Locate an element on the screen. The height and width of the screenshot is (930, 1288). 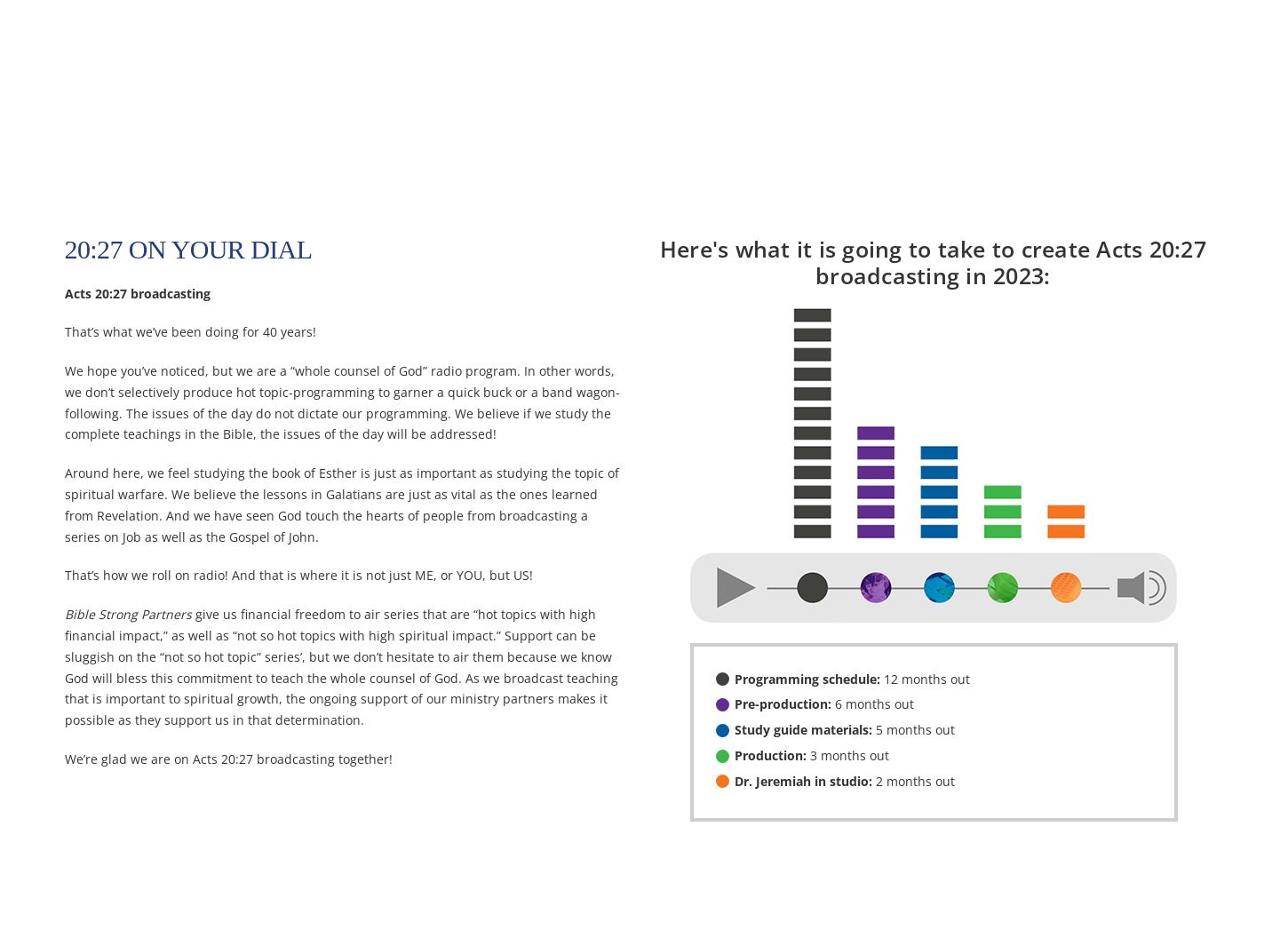
'Programming schedule:' is located at coordinates (805, 677).